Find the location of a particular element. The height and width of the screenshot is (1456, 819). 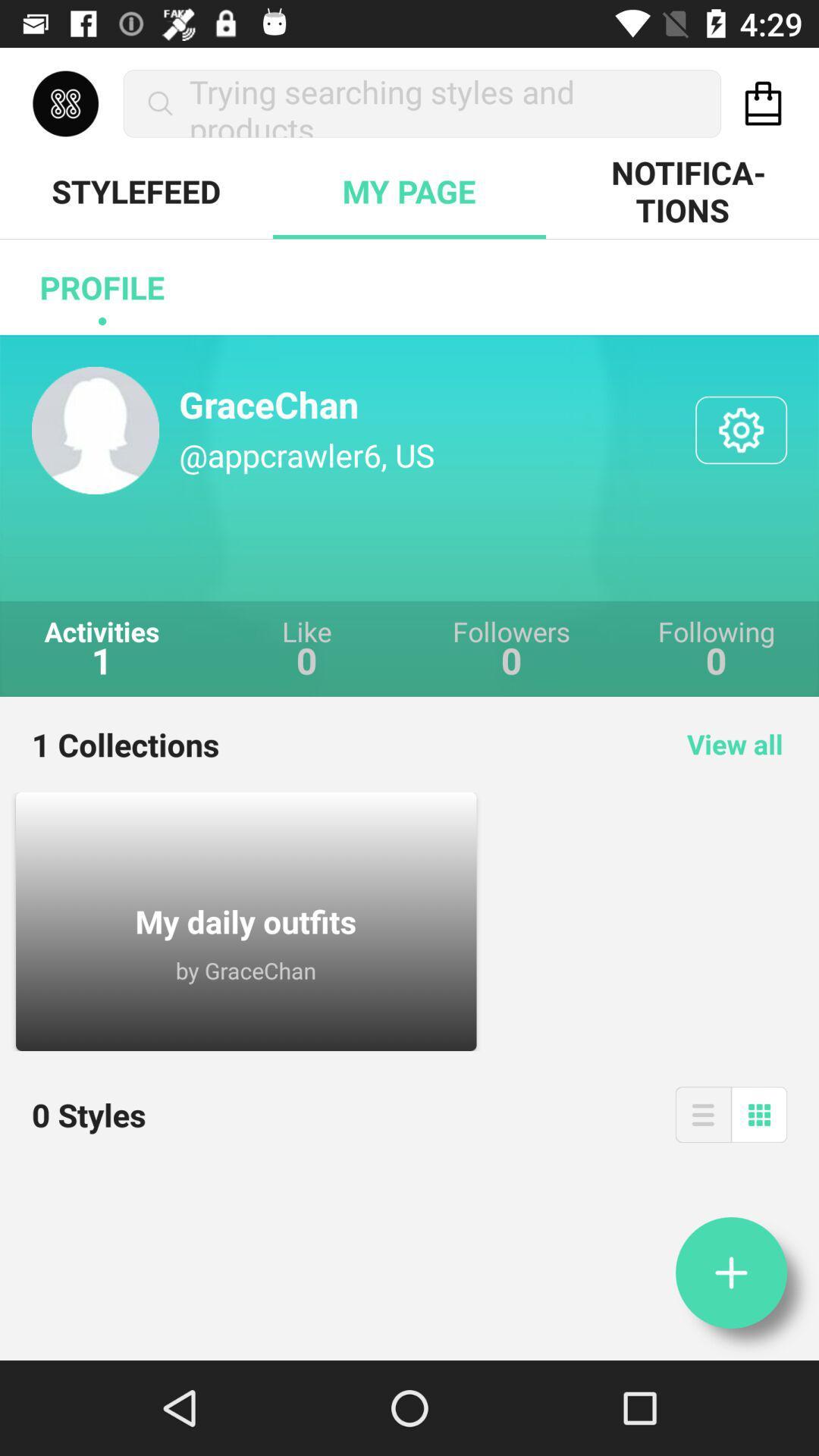

open settings is located at coordinates (740, 429).